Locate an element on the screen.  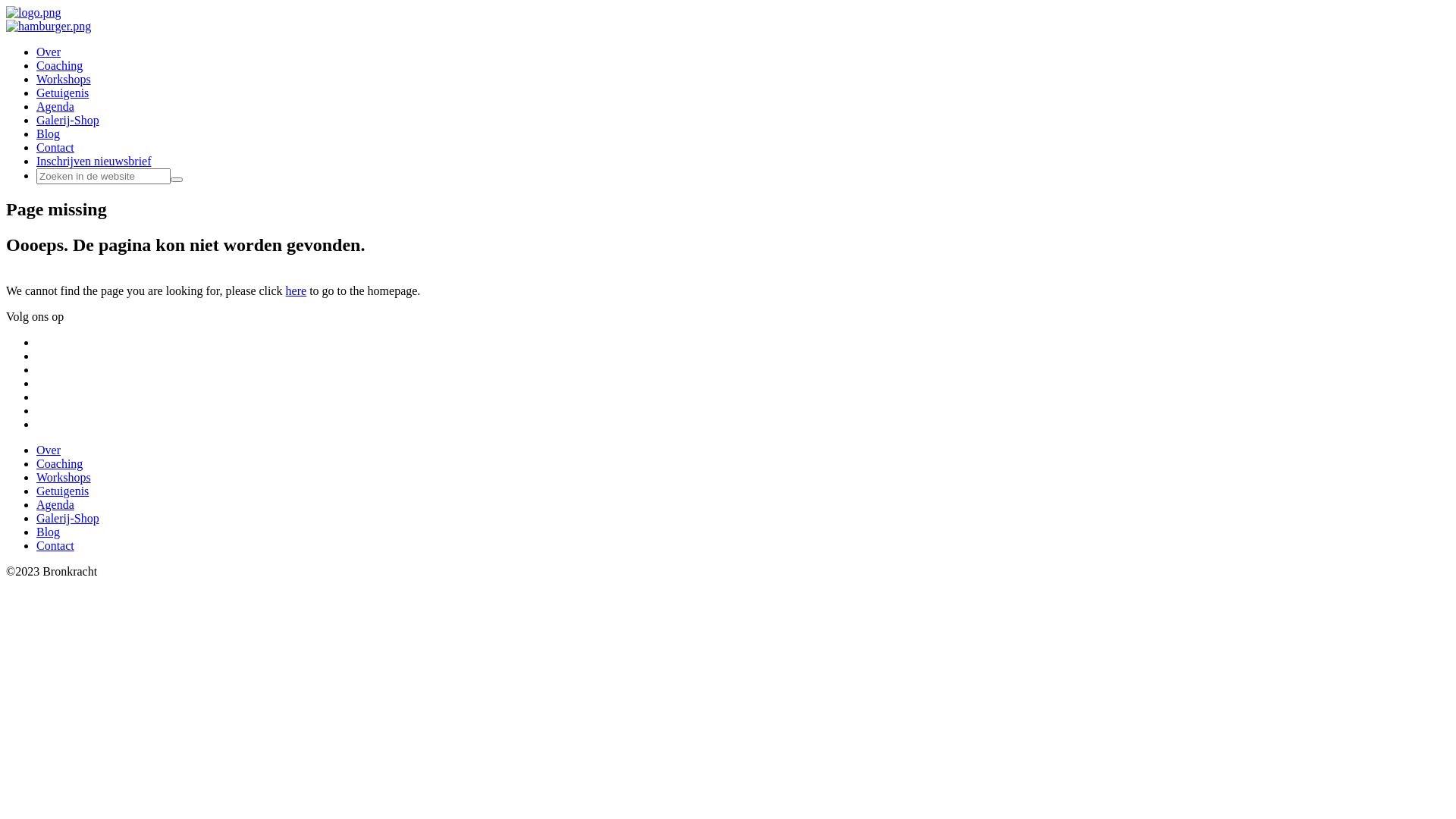
'Coaching' is located at coordinates (59, 463).